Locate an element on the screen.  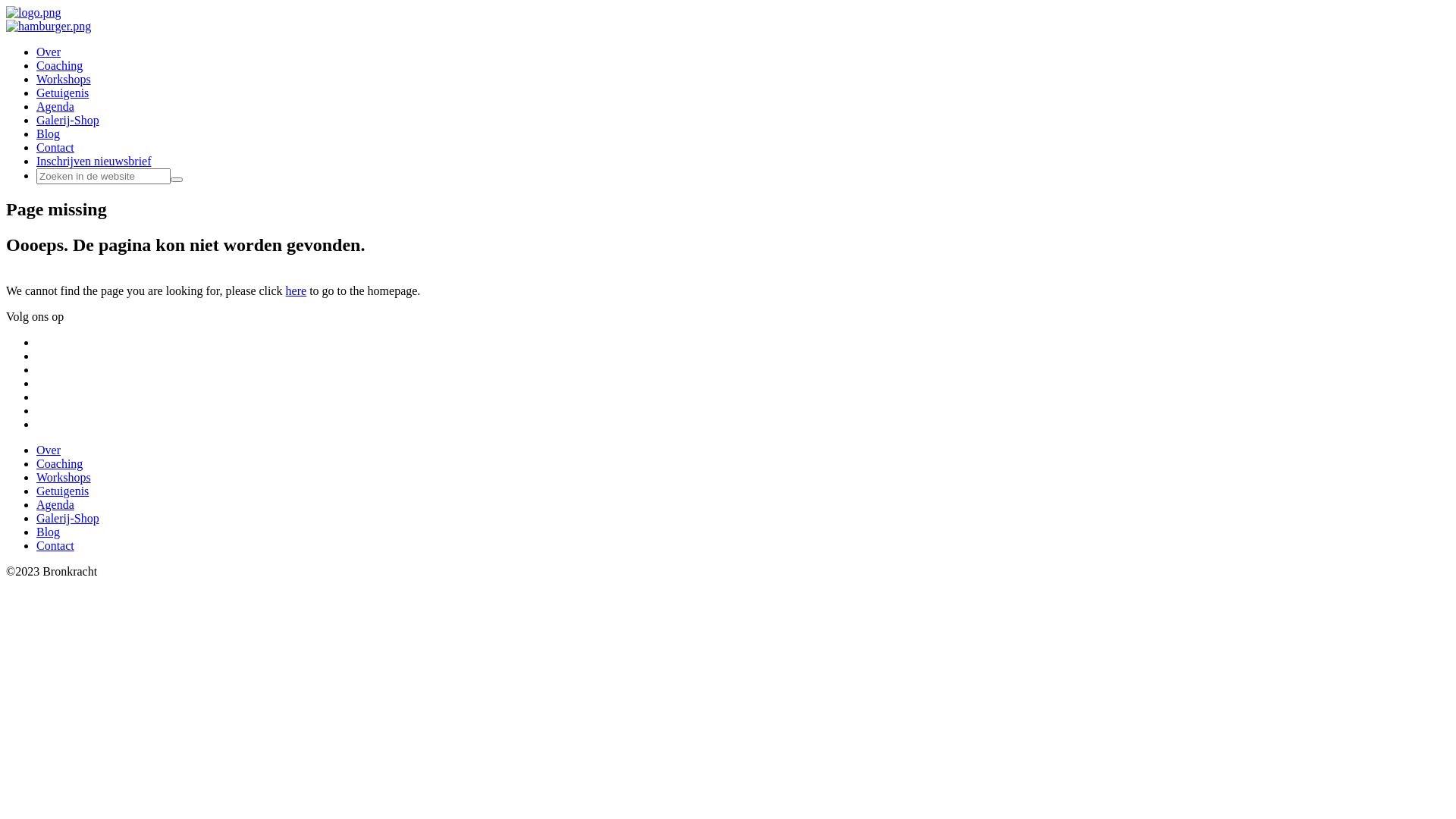
'Coaching' is located at coordinates (59, 463).